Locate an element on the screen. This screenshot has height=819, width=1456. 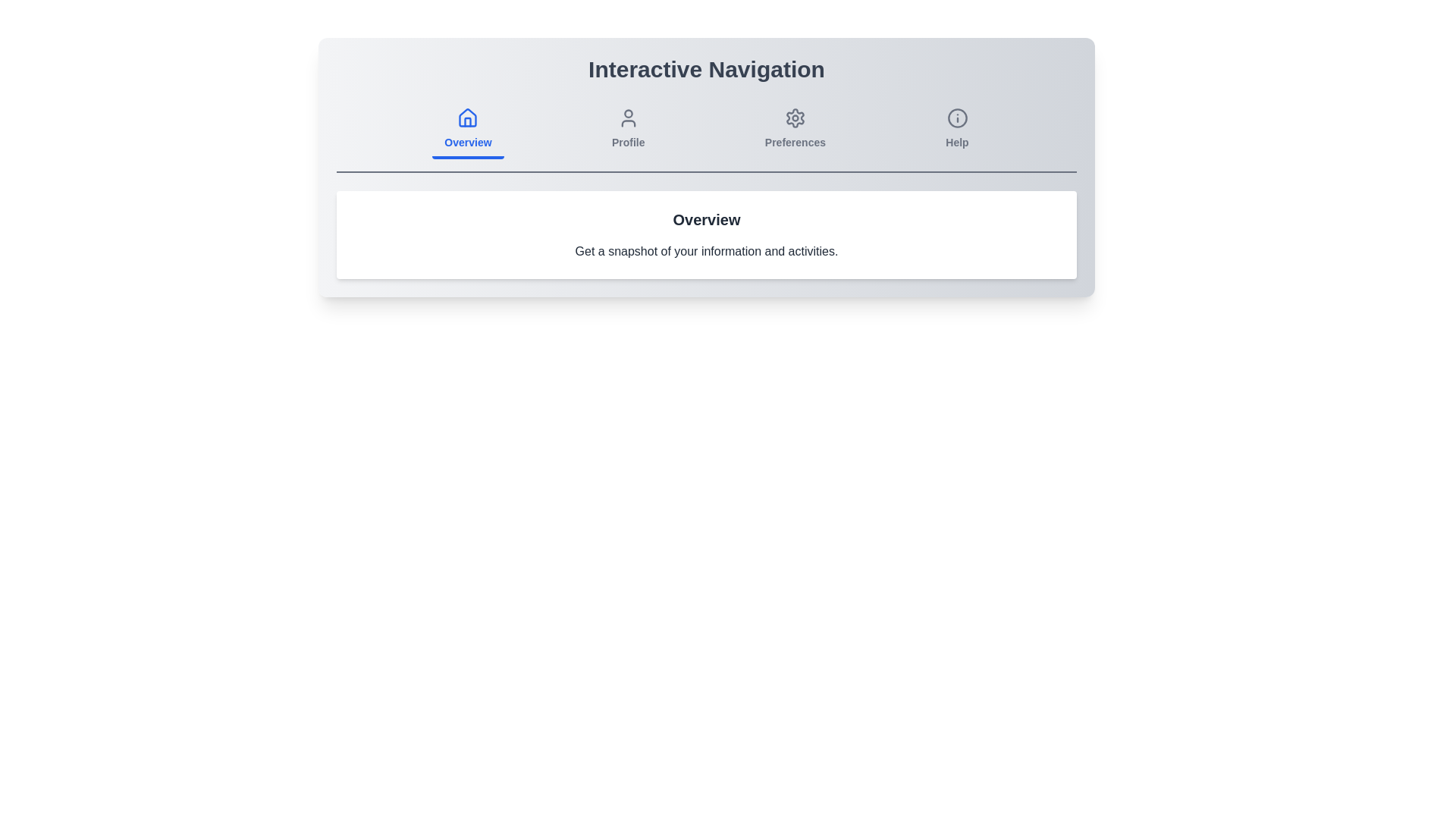
the Help tab icon to see the hover effect is located at coordinates (956, 130).